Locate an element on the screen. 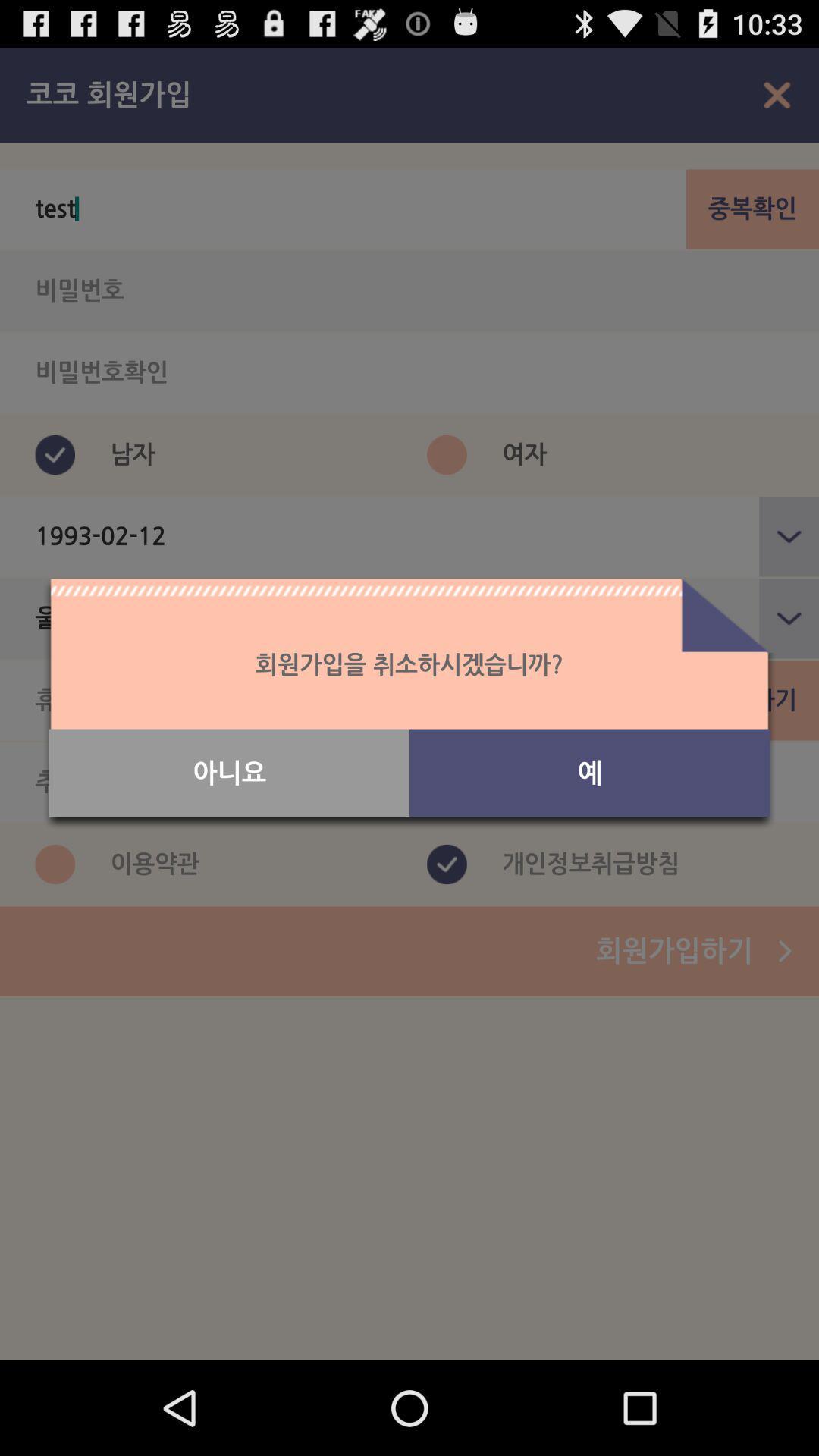  the item on the right is located at coordinates (588, 773).